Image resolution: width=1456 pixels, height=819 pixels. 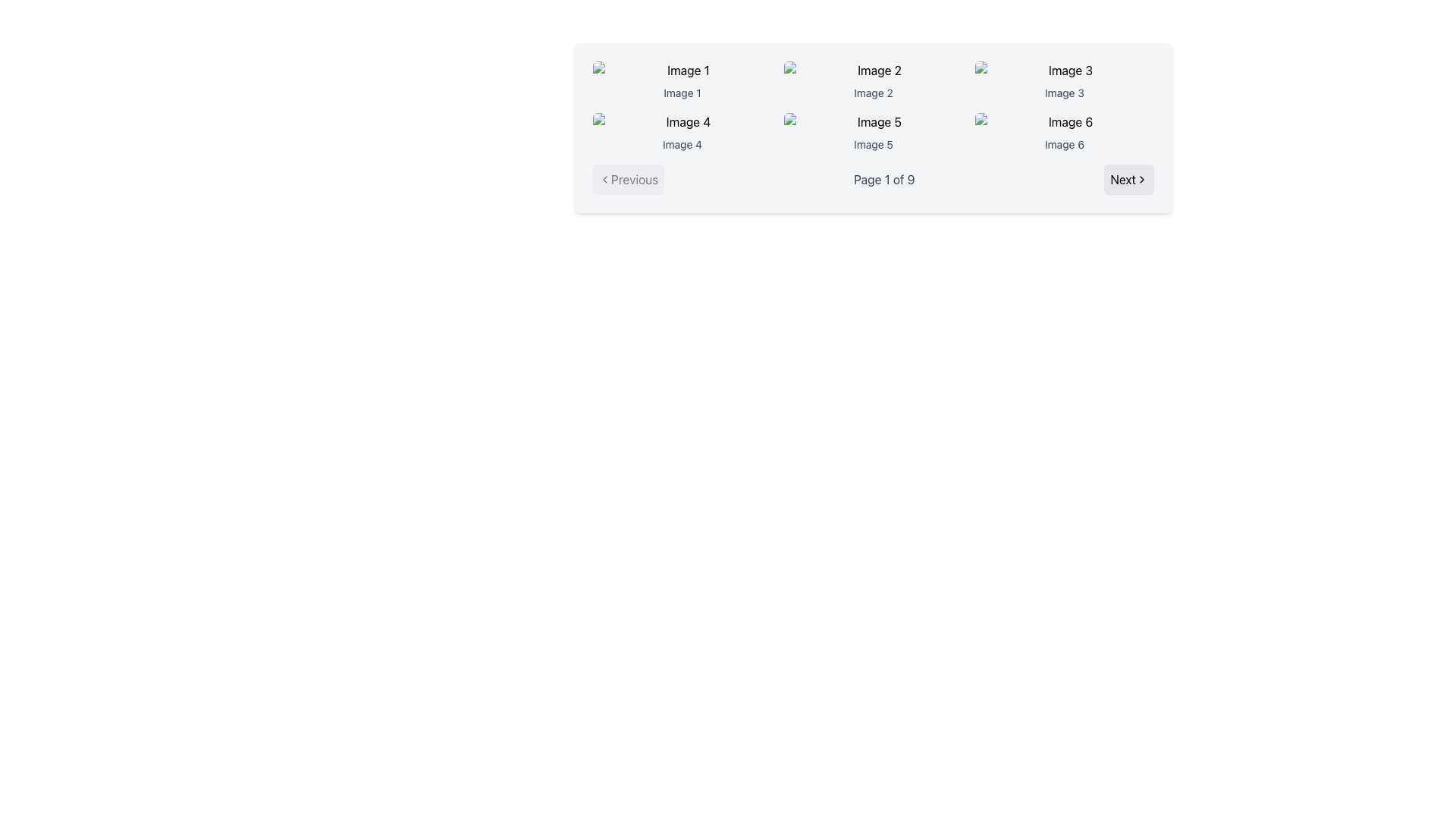 I want to click on the text label located below the first image in the top-left corner of the grid, which provides a descriptive title for the image, so click(x=682, y=93).